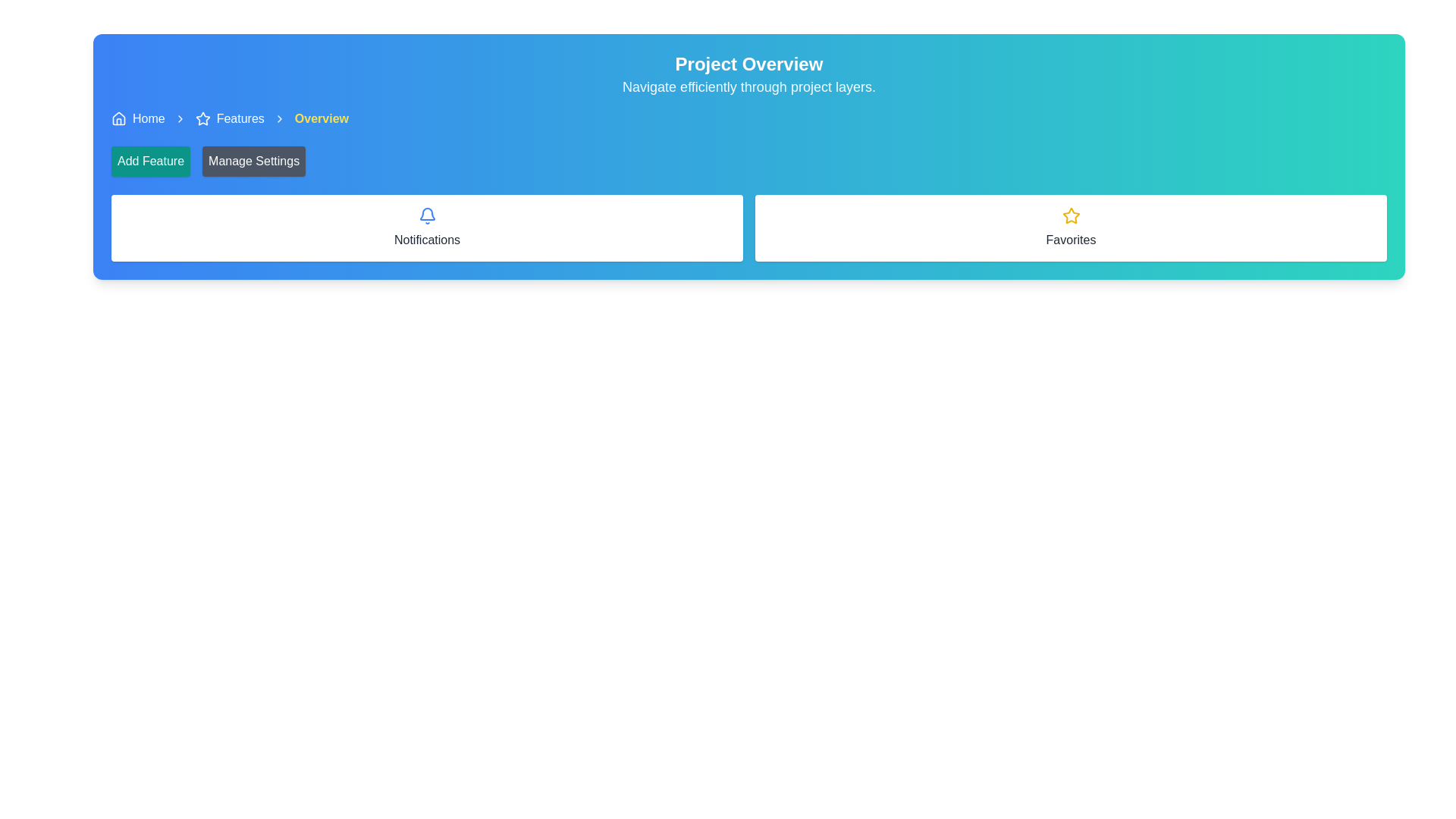  I want to click on the text block that serves as a header for the interface, which provides an overview title and a brief description, located at the top section of the layout with a gradient background, so click(749, 75).